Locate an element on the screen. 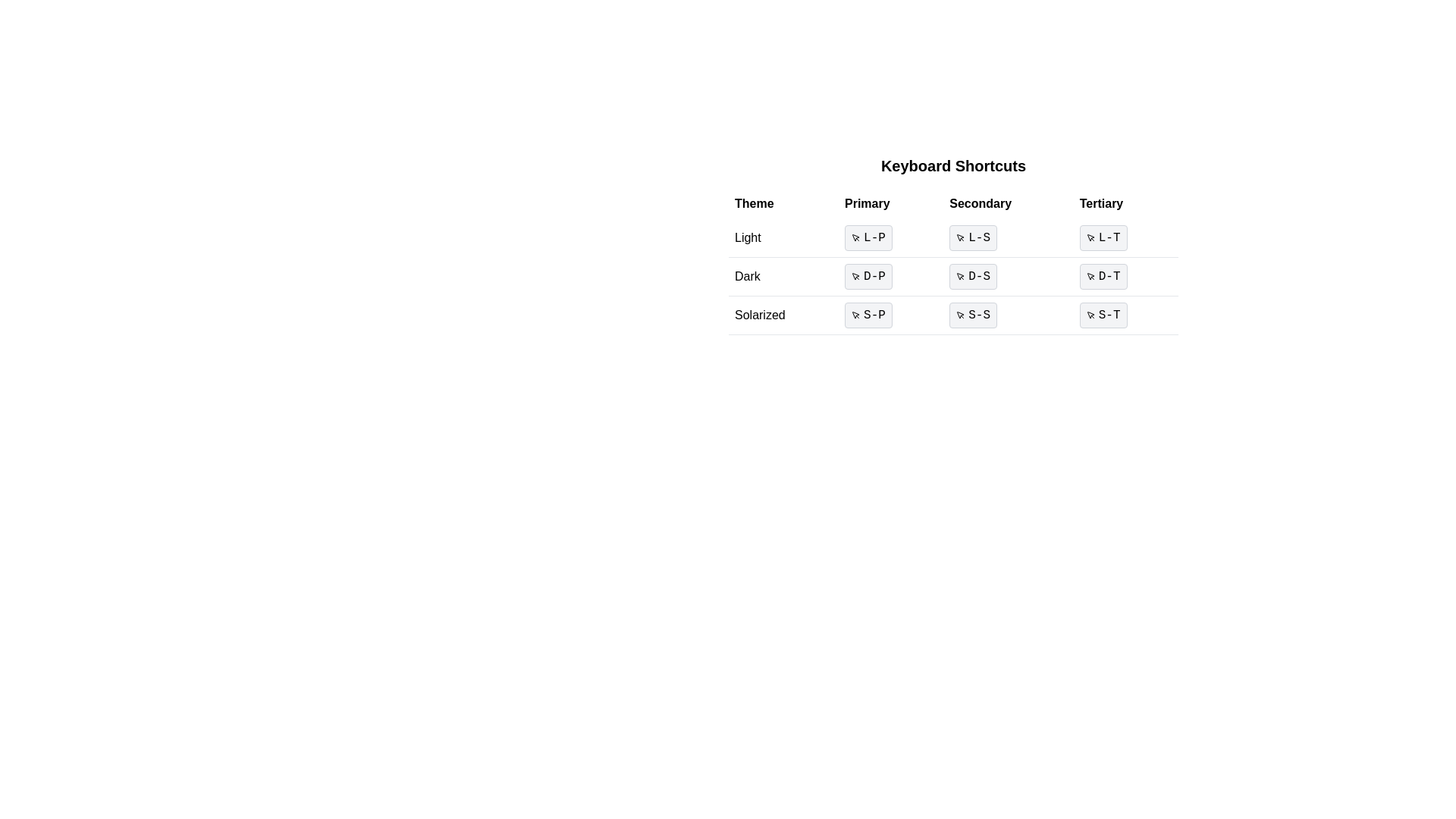 This screenshot has width=1456, height=819. the 'S-S' button located in the 'Keyboard Shortcuts' table under the 'Solarized' row and 'Secondary' column is located at coordinates (1008, 315).